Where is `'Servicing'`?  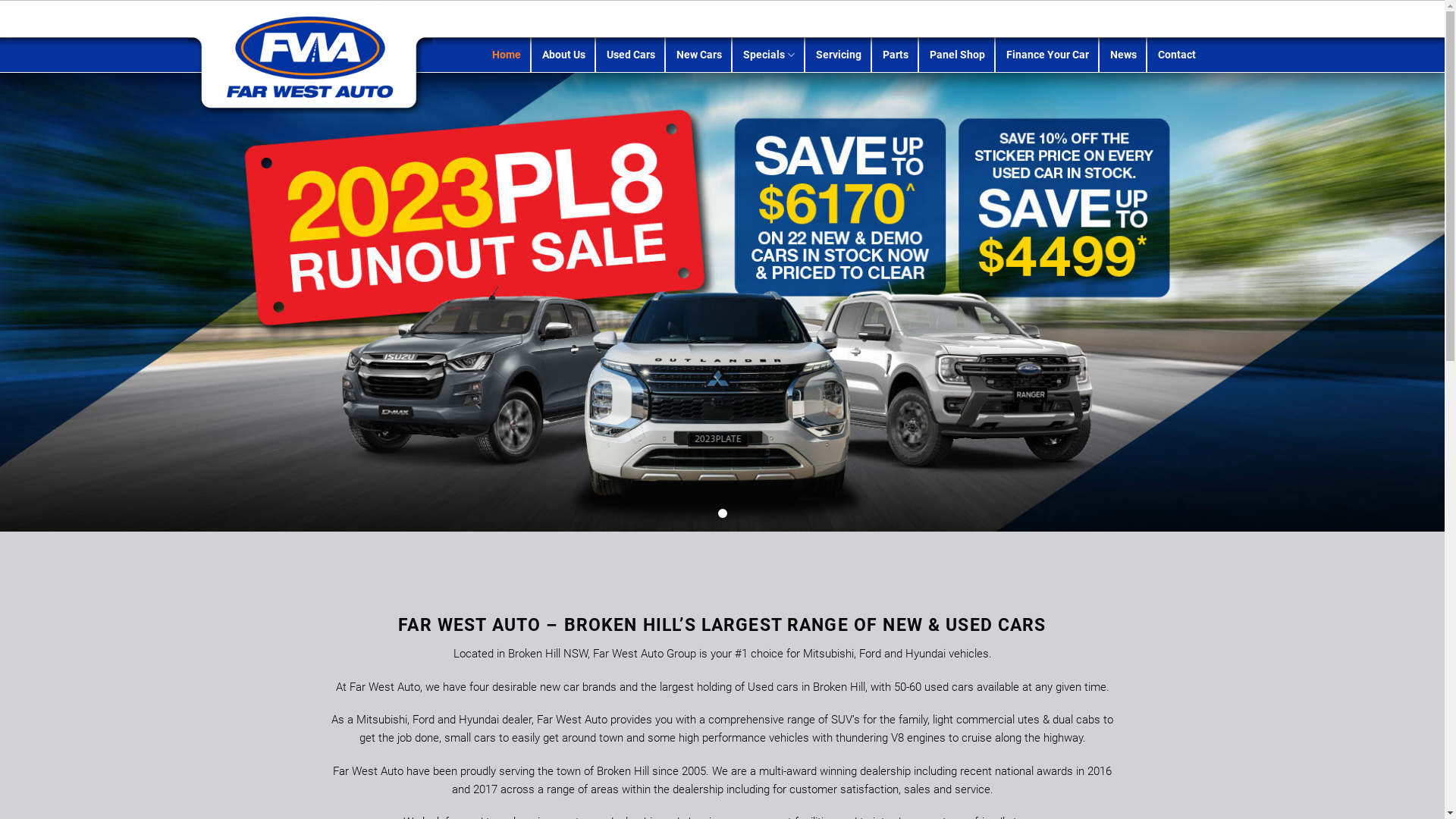 'Servicing' is located at coordinates (837, 54).